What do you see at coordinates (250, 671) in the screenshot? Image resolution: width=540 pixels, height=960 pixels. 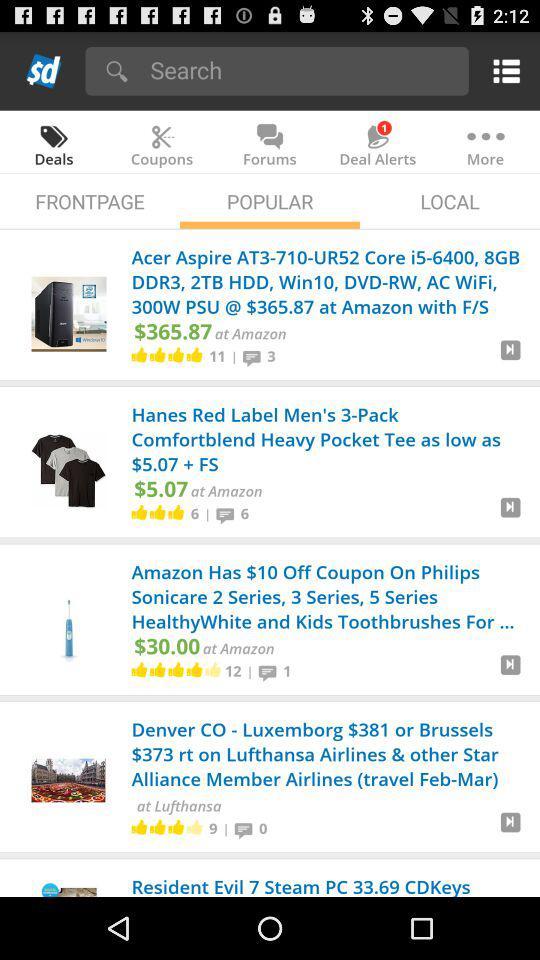 I see `the item below at amazon icon` at bounding box center [250, 671].